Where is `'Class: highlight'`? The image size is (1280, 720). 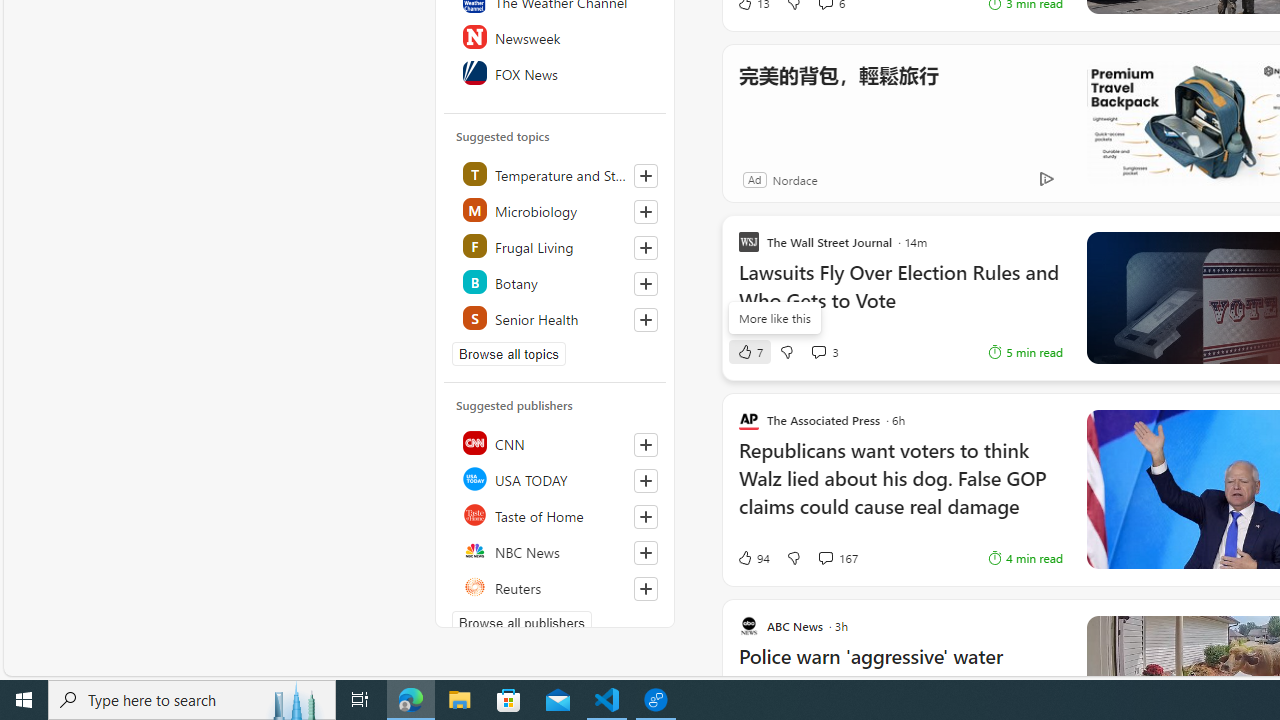
'Class: highlight' is located at coordinates (556, 316).